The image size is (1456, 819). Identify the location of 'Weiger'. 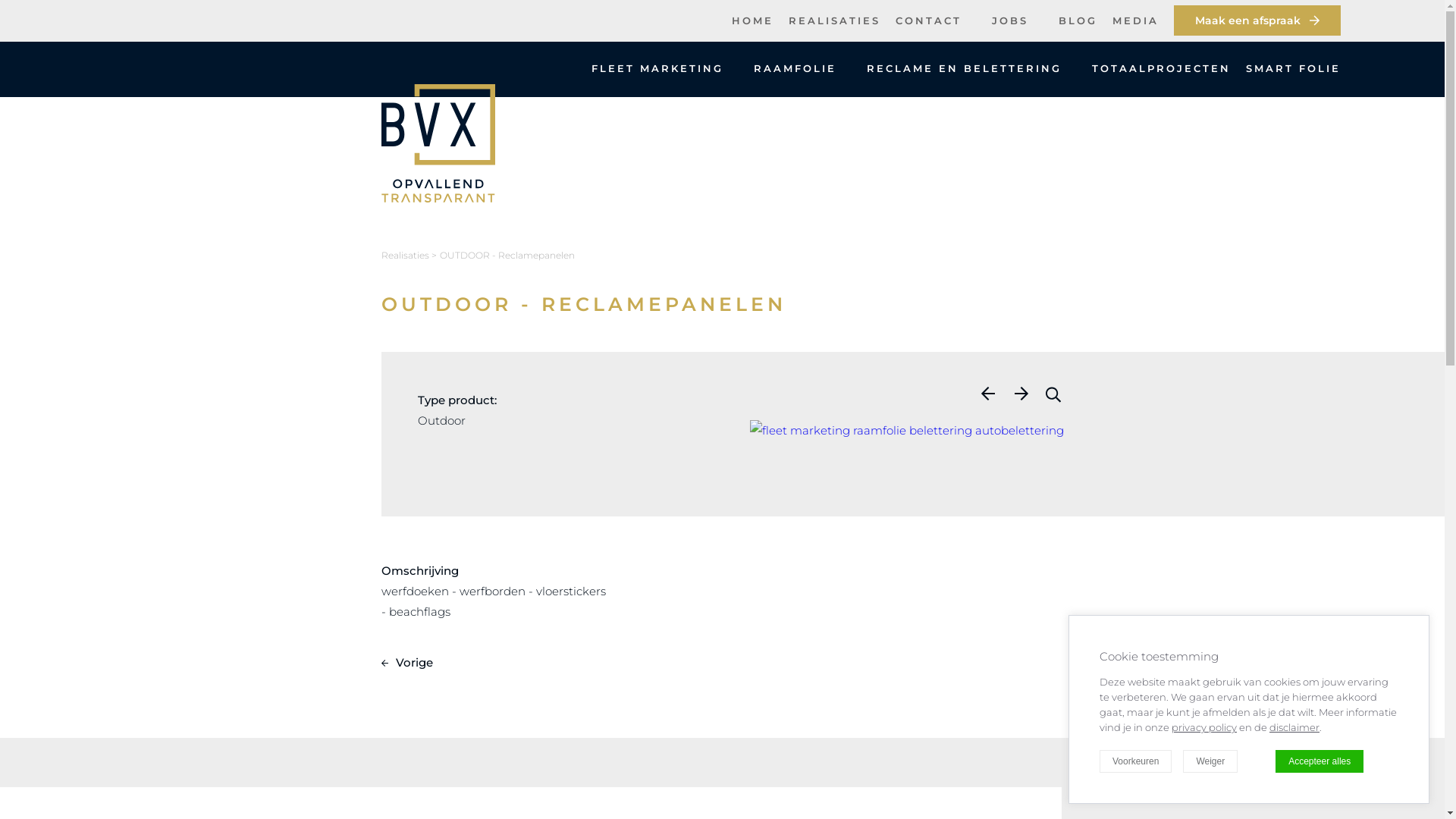
(1182, 761).